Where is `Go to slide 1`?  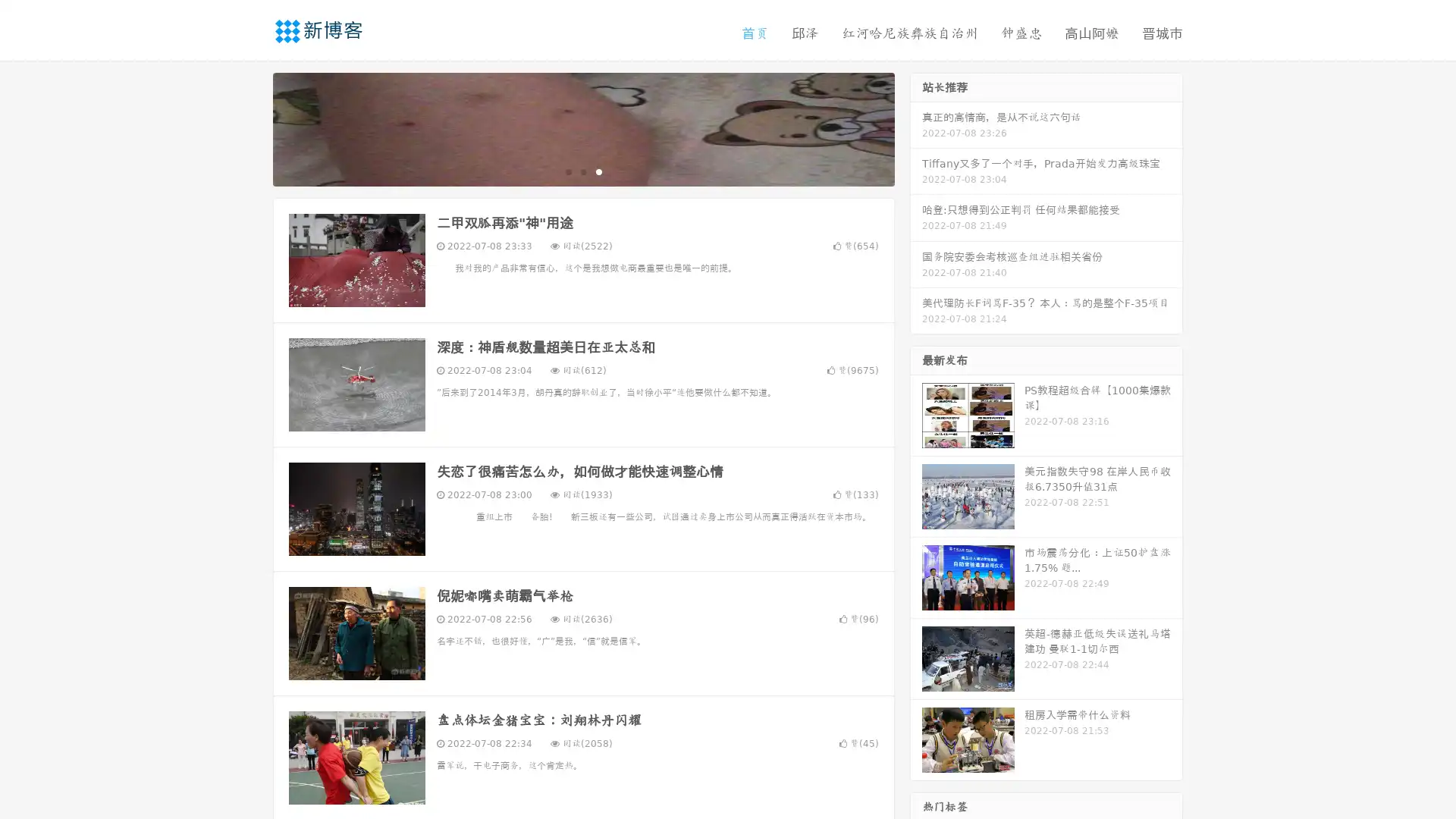 Go to slide 1 is located at coordinates (567, 171).